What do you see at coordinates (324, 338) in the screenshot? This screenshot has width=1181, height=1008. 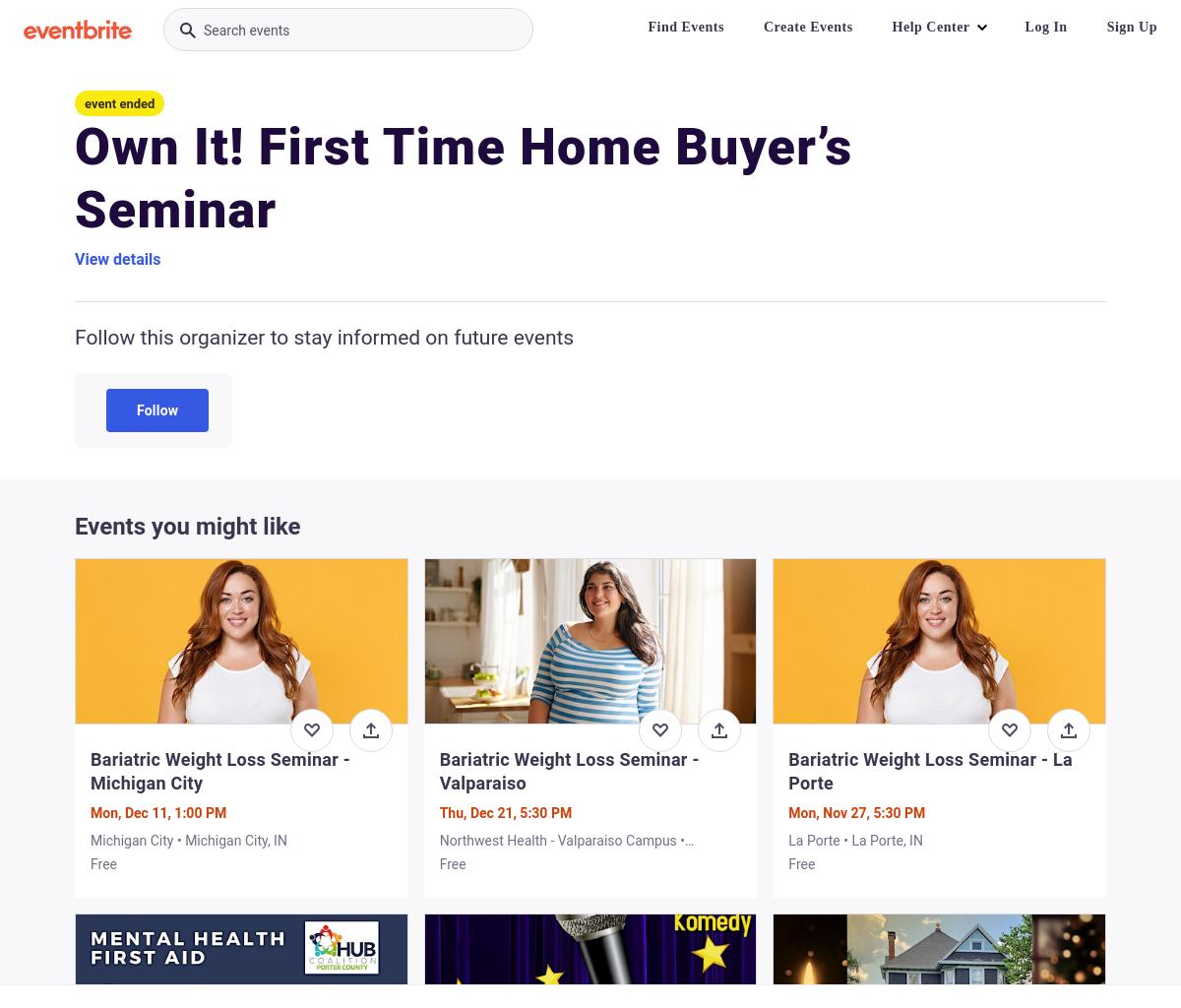 I see `'Follow this organizer to stay informed on future events'` at bounding box center [324, 338].